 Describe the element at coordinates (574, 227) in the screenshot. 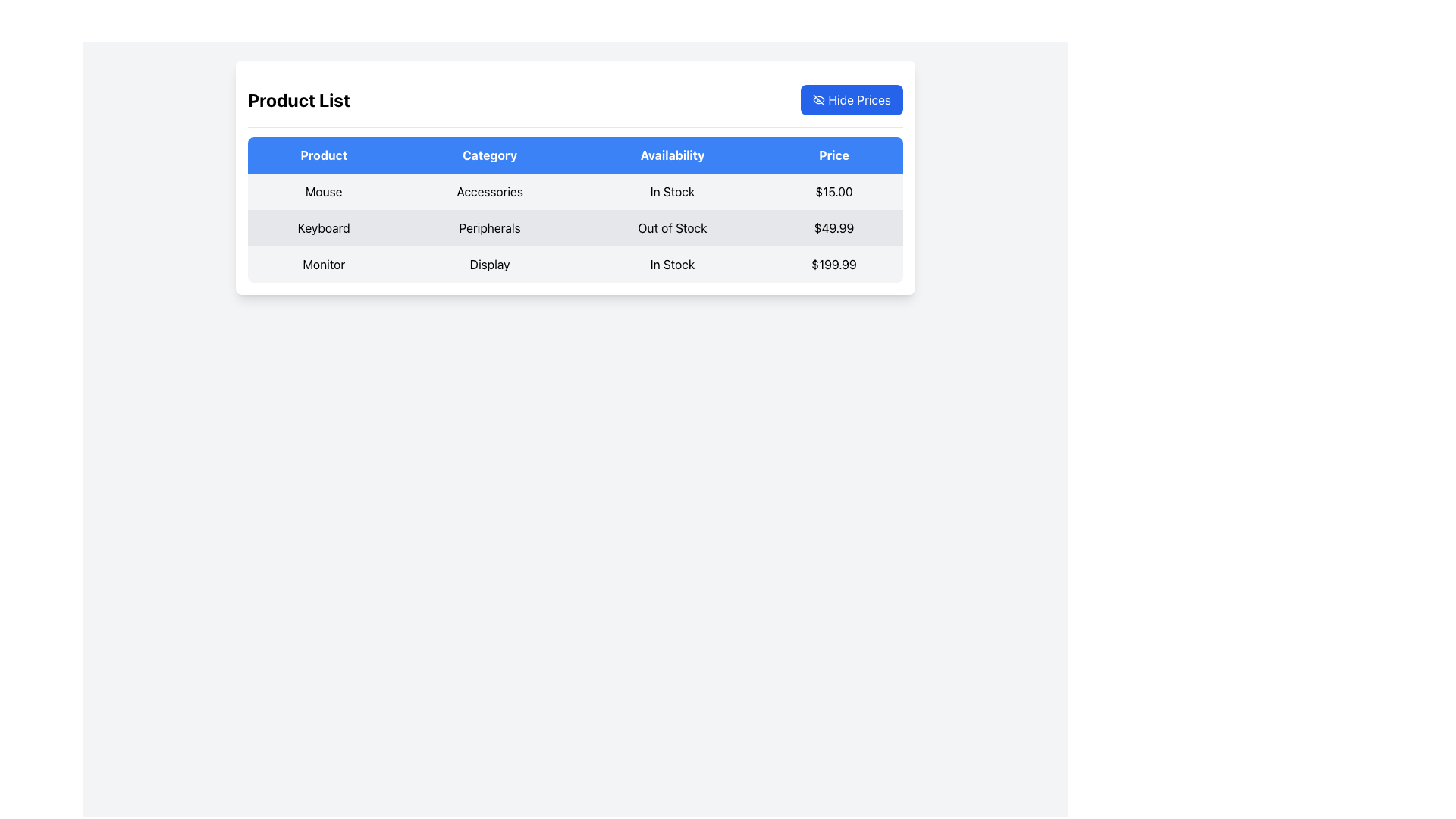

I see `the second row in the product data table that includes information about a Keyboard, such as category, stock status, and price` at that location.